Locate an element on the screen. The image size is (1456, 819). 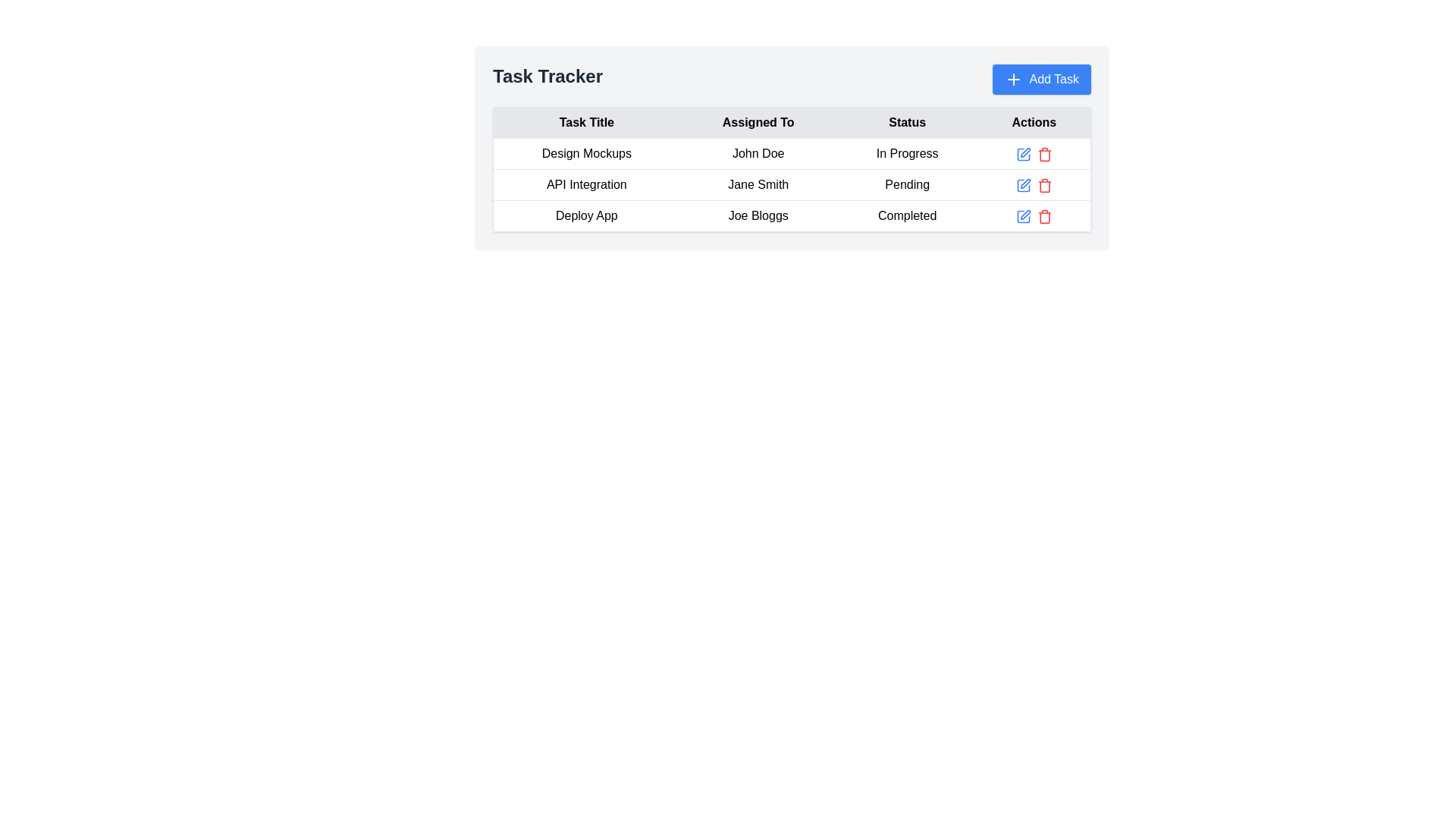
the 'Delete' button is located at coordinates (1043, 216).